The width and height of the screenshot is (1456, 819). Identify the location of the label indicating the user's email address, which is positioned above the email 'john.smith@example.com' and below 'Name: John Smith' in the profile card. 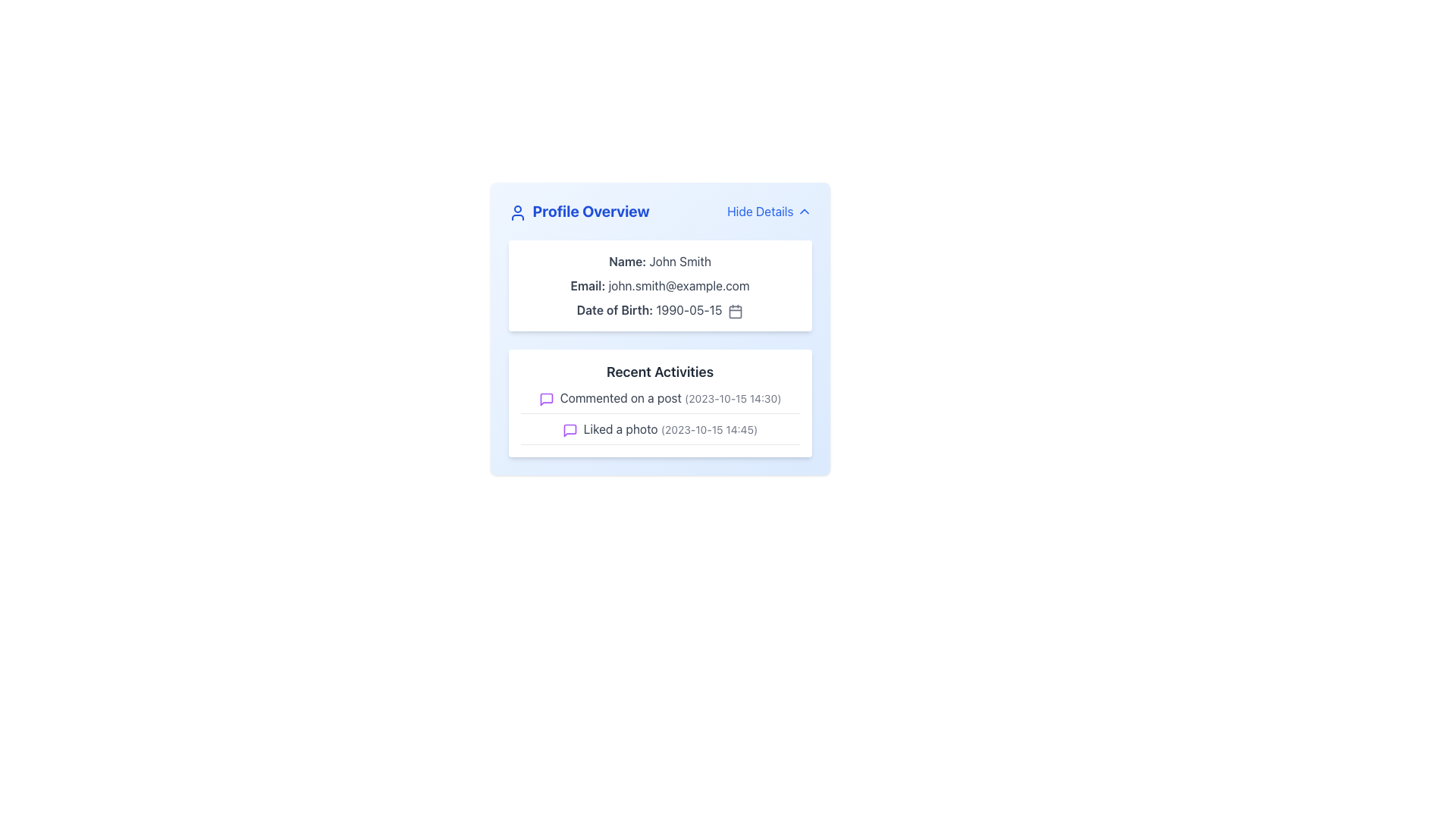
(587, 286).